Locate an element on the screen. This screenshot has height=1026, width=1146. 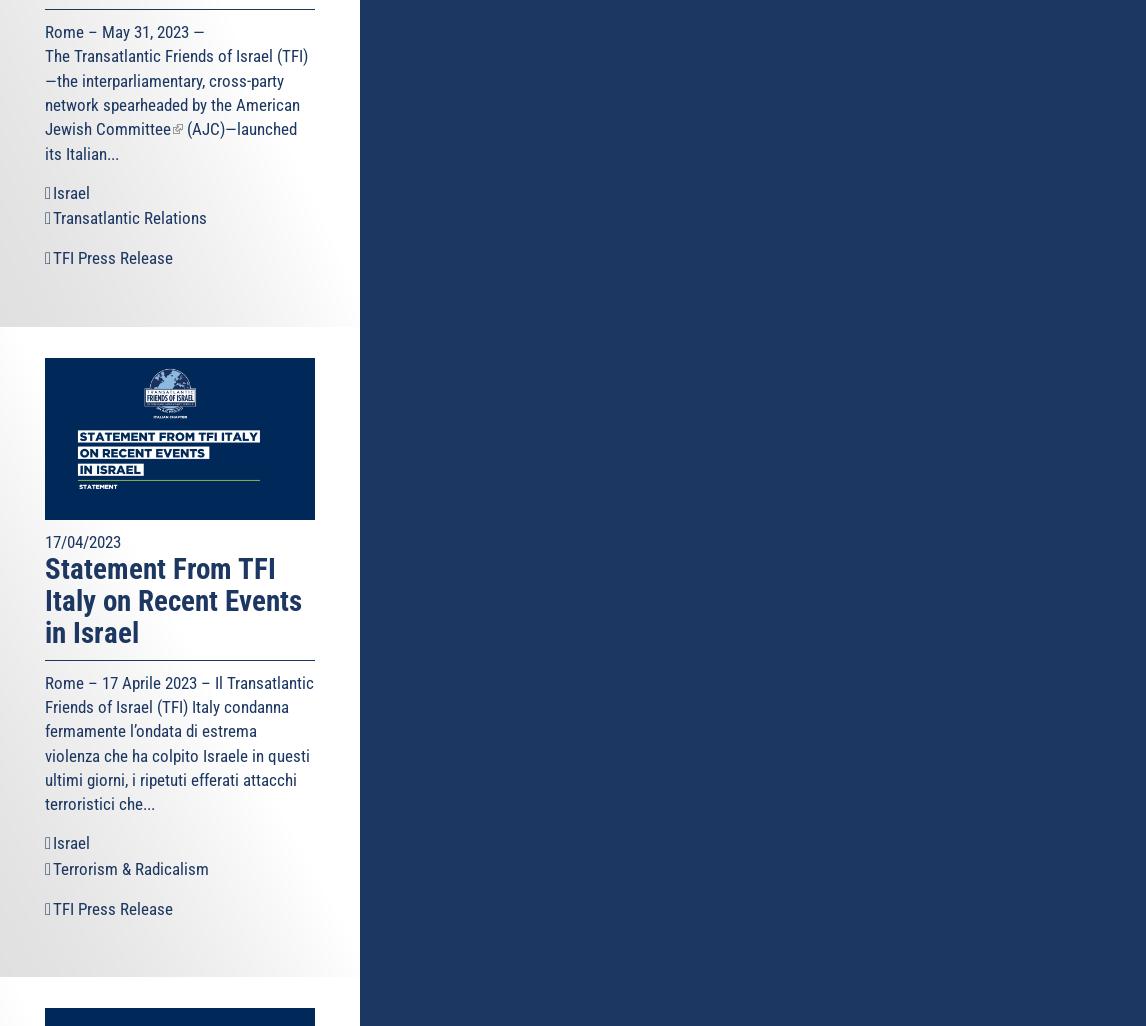
'Rome – May 31, 2023 — The' is located at coordinates (125, 44).